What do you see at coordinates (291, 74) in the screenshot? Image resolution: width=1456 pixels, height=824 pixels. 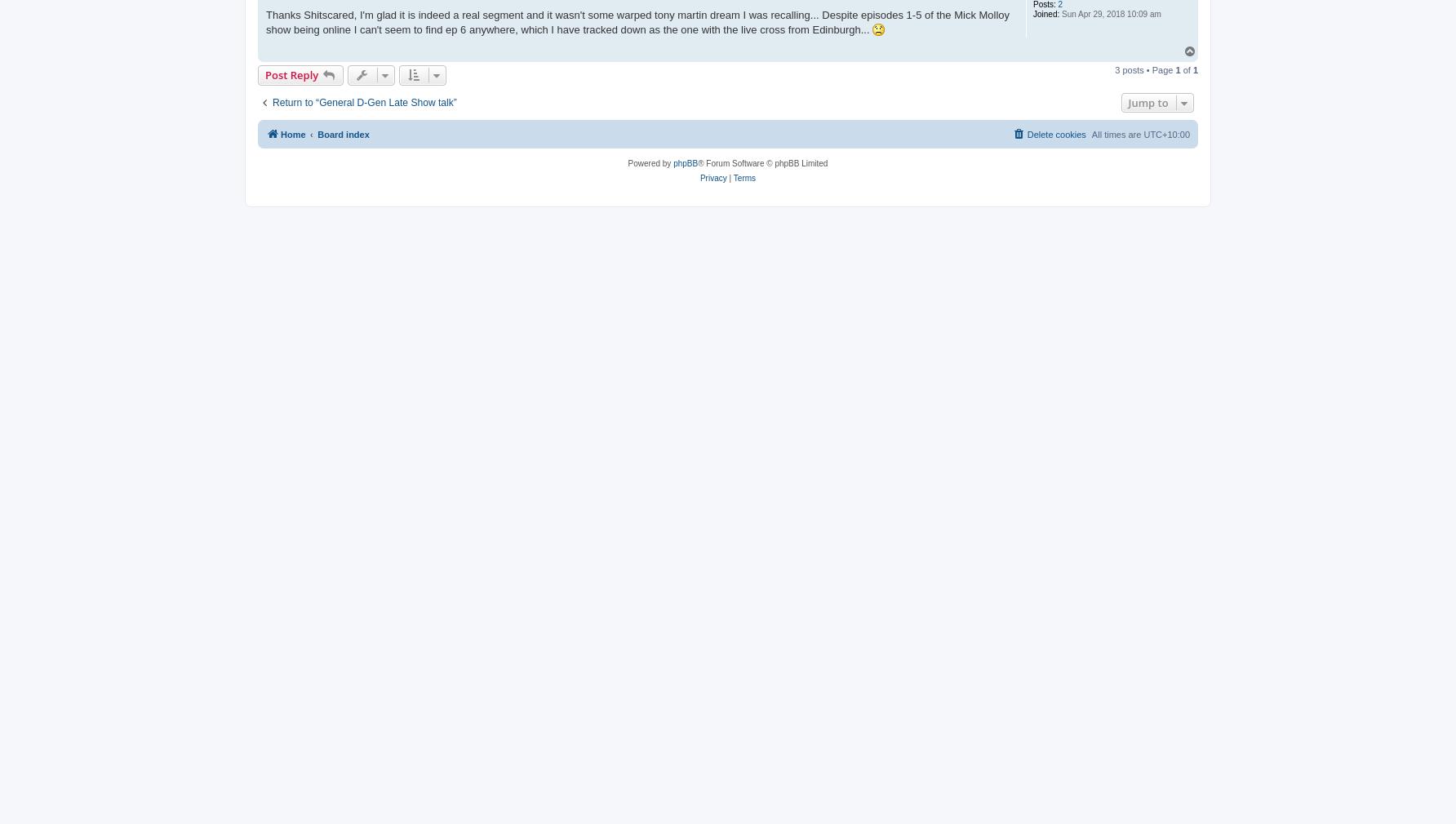 I see `'Post Reply'` at bounding box center [291, 74].